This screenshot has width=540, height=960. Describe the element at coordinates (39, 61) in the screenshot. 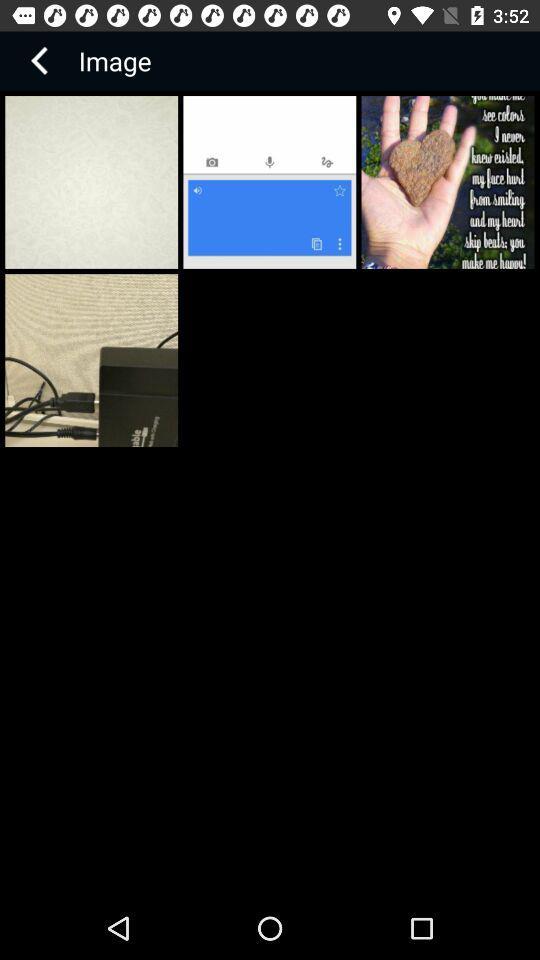

I see `the arrow_backward icon` at that location.